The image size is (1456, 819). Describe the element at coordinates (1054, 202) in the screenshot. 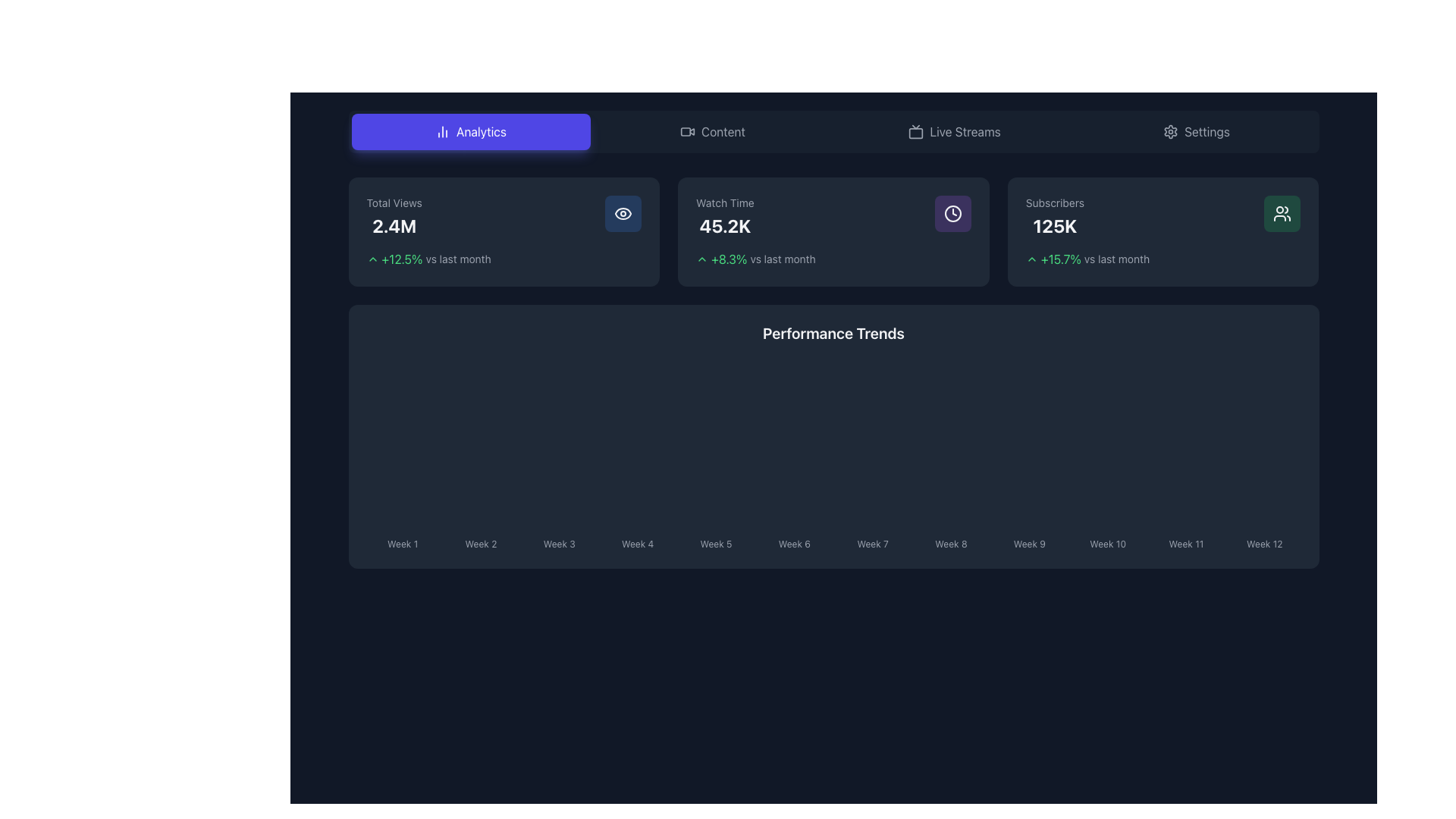

I see `the Text label that provides context for the numerical metric '125K' located in the top-right section of the interface` at that location.